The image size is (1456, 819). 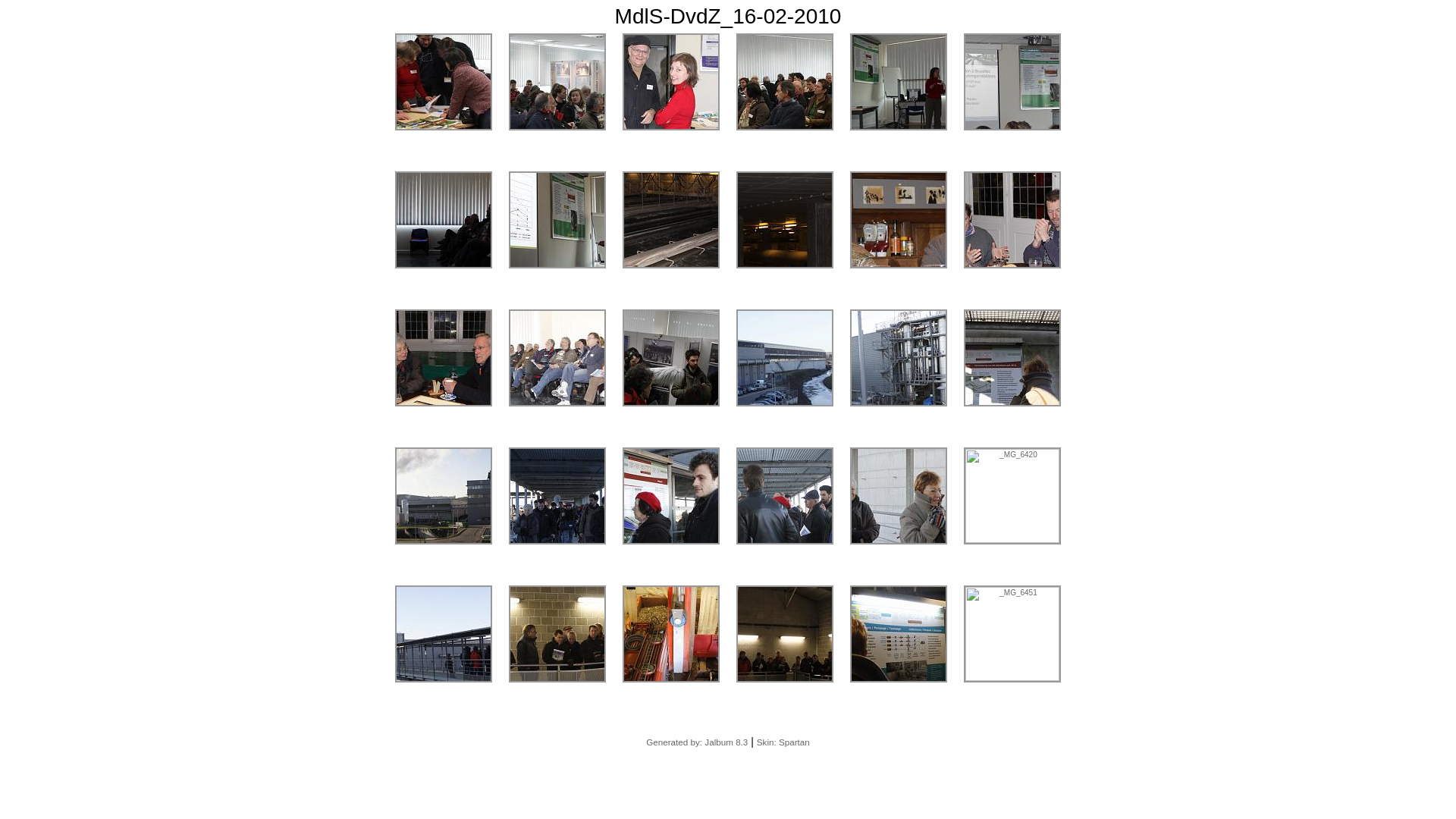 What do you see at coordinates (783, 741) in the screenshot?
I see `'Skin: Spartan'` at bounding box center [783, 741].